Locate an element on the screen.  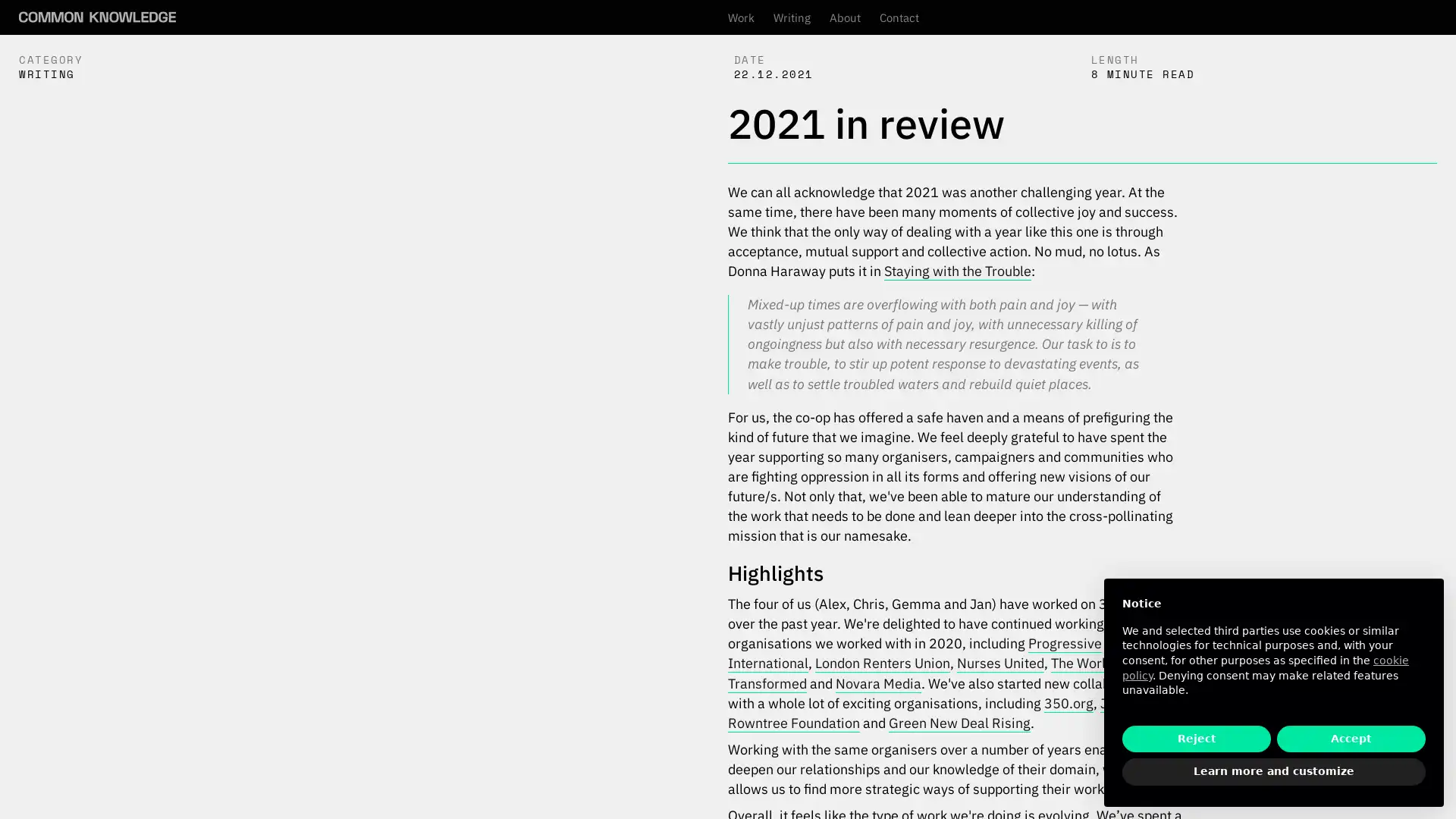
Accept is located at coordinates (1351, 738).